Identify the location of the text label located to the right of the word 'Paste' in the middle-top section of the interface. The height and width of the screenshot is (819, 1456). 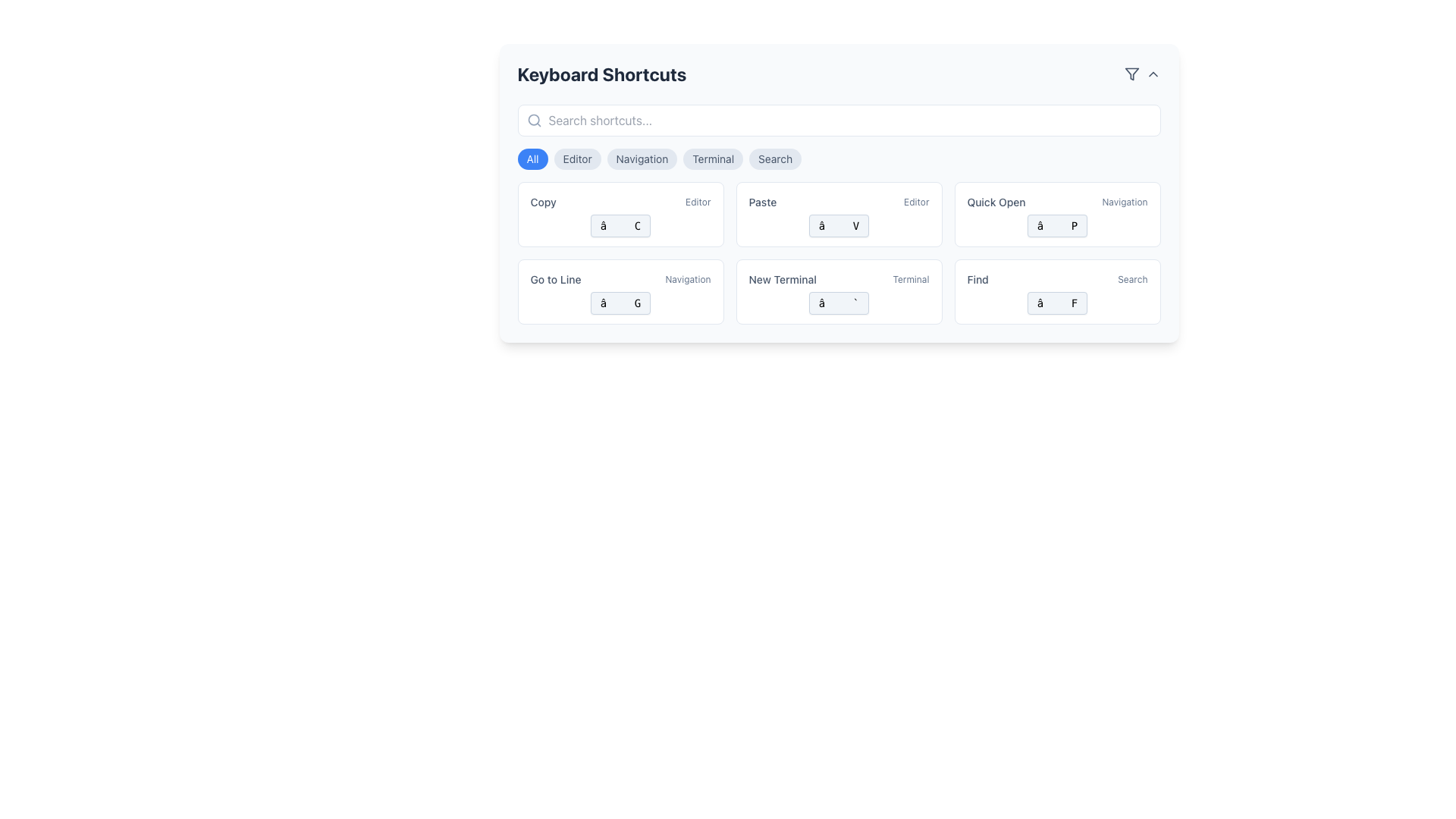
(915, 201).